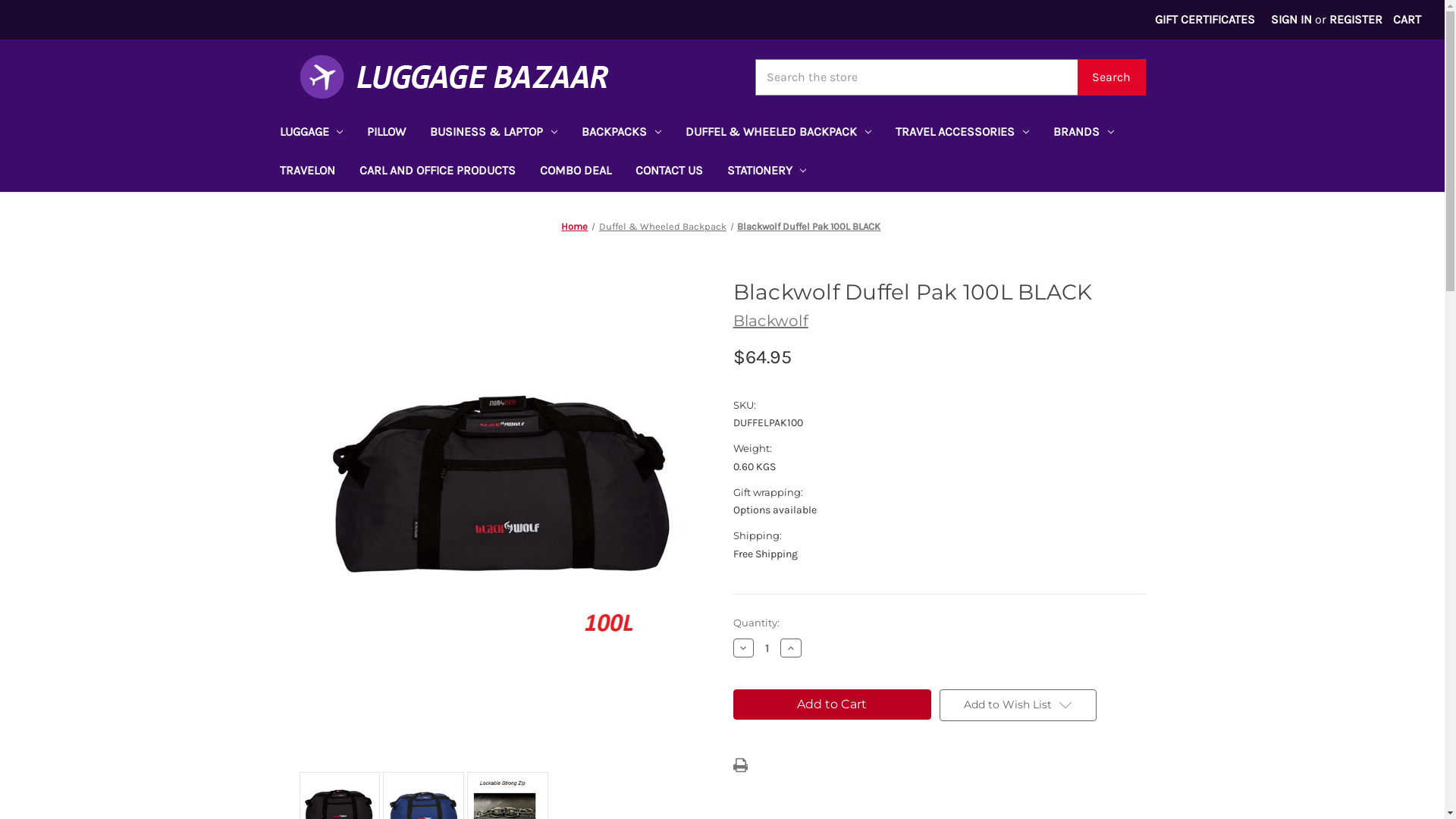 This screenshot has height=819, width=1456. Describe the element at coordinates (621, 133) in the screenshot. I see `'BACKPACKS'` at that location.